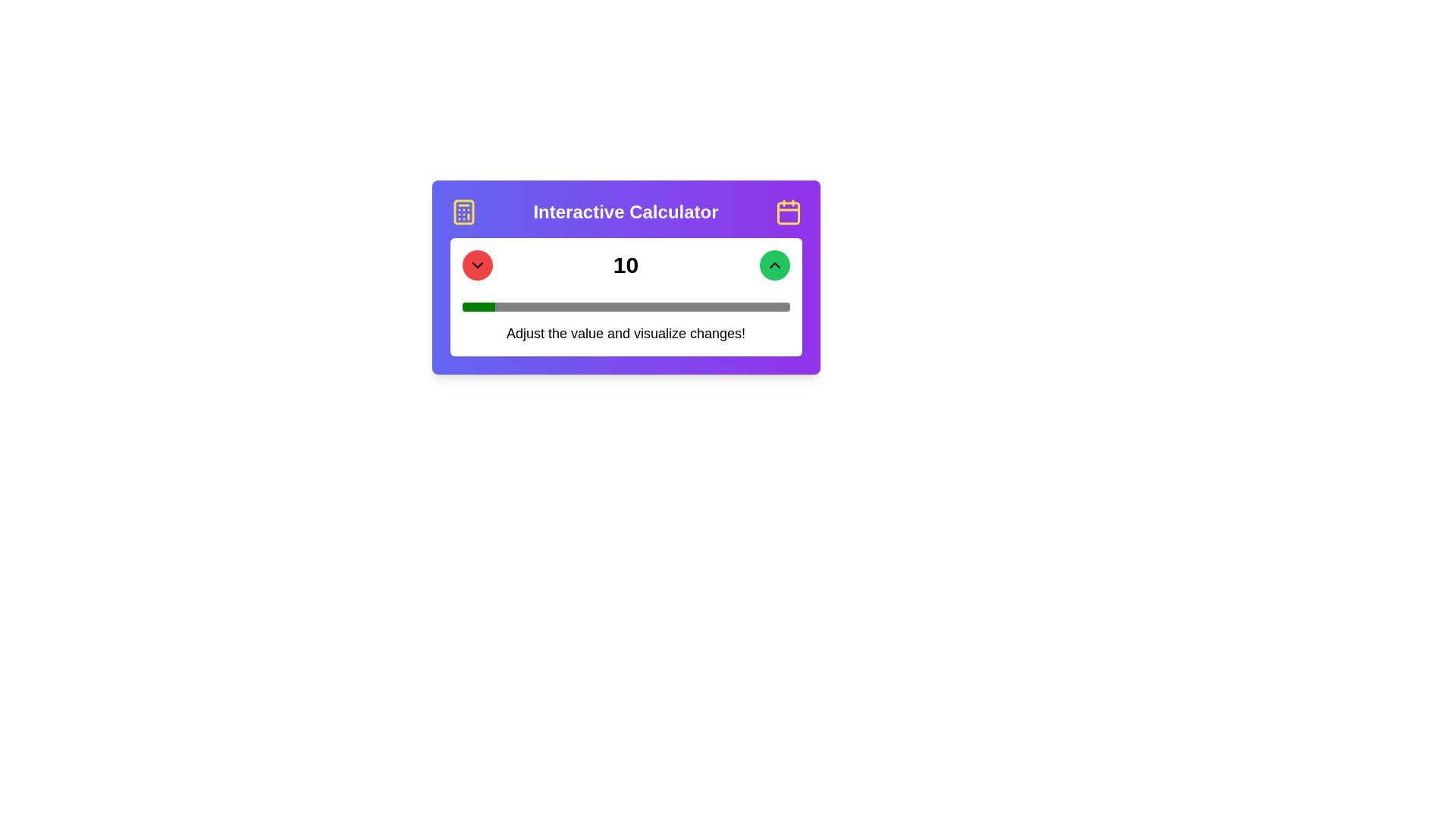 Image resolution: width=1456 pixels, height=819 pixels. I want to click on SVG rectangle located within the calculator icon at the top-left corner of the purple card labeled 'Interactive Calculator.', so click(463, 212).